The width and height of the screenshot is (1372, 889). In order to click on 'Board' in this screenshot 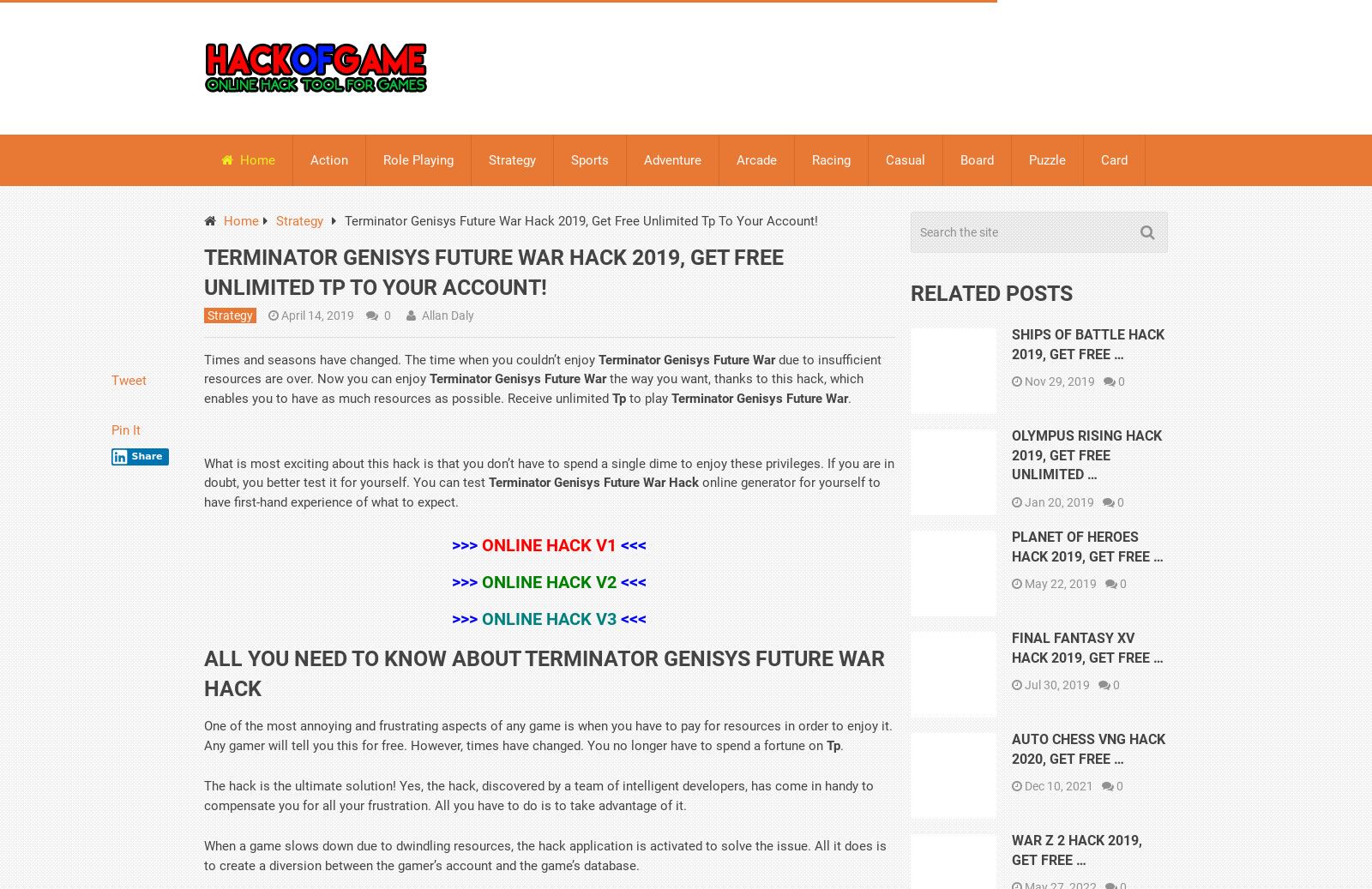, I will do `click(960, 159)`.